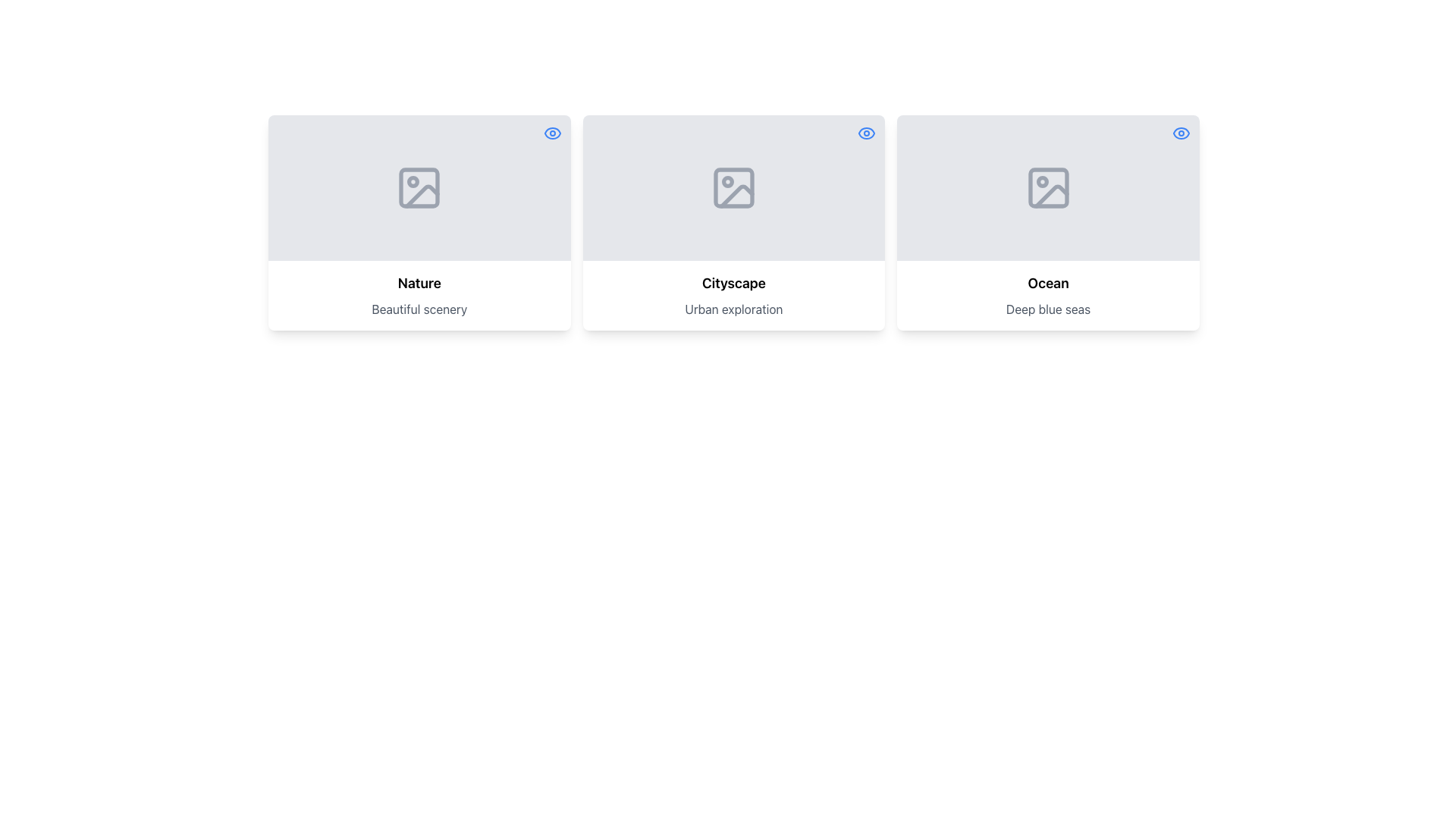 Image resolution: width=1456 pixels, height=819 pixels. What do you see at coordinates (1047, 309) in the screenshot?
I see `the Text Label that provides a descriptive subtitle related to the card's main topic 'Ocean', located underneath its title in the third card from the left` at bounding box center [1047, 309].